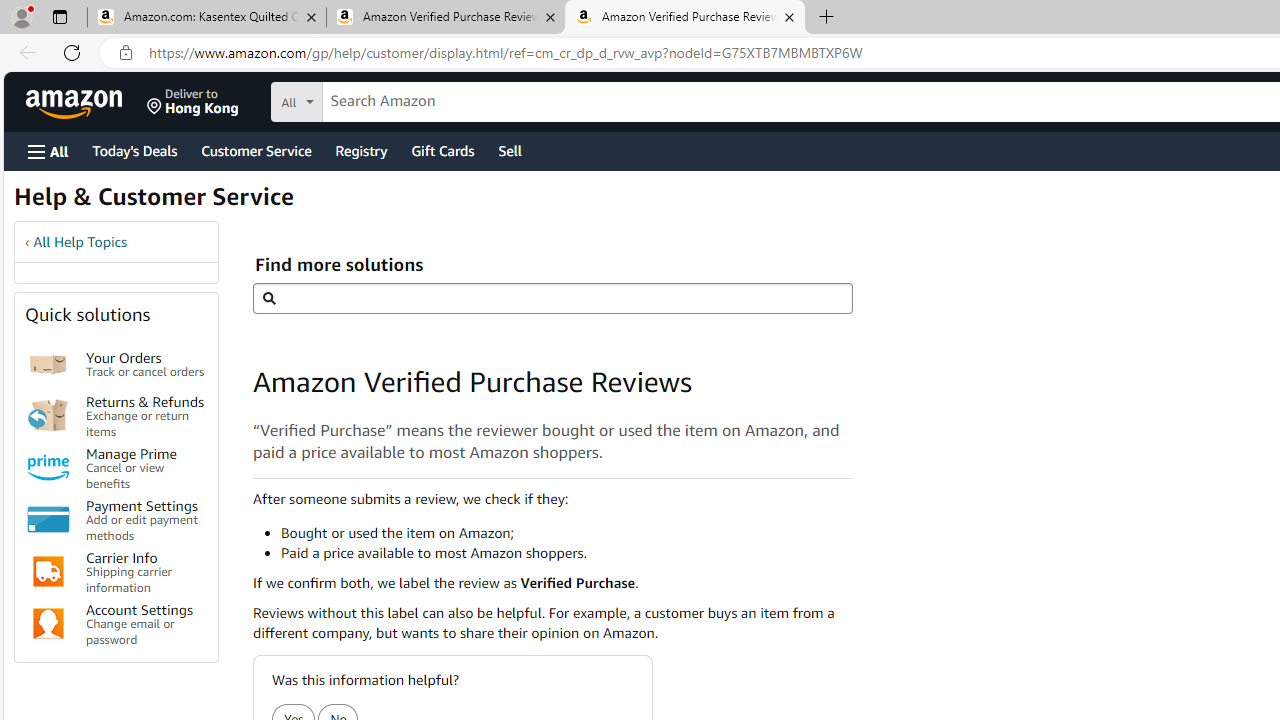  I want to click on 'Carrier Info Shipping carrier information', so click(144, 571).